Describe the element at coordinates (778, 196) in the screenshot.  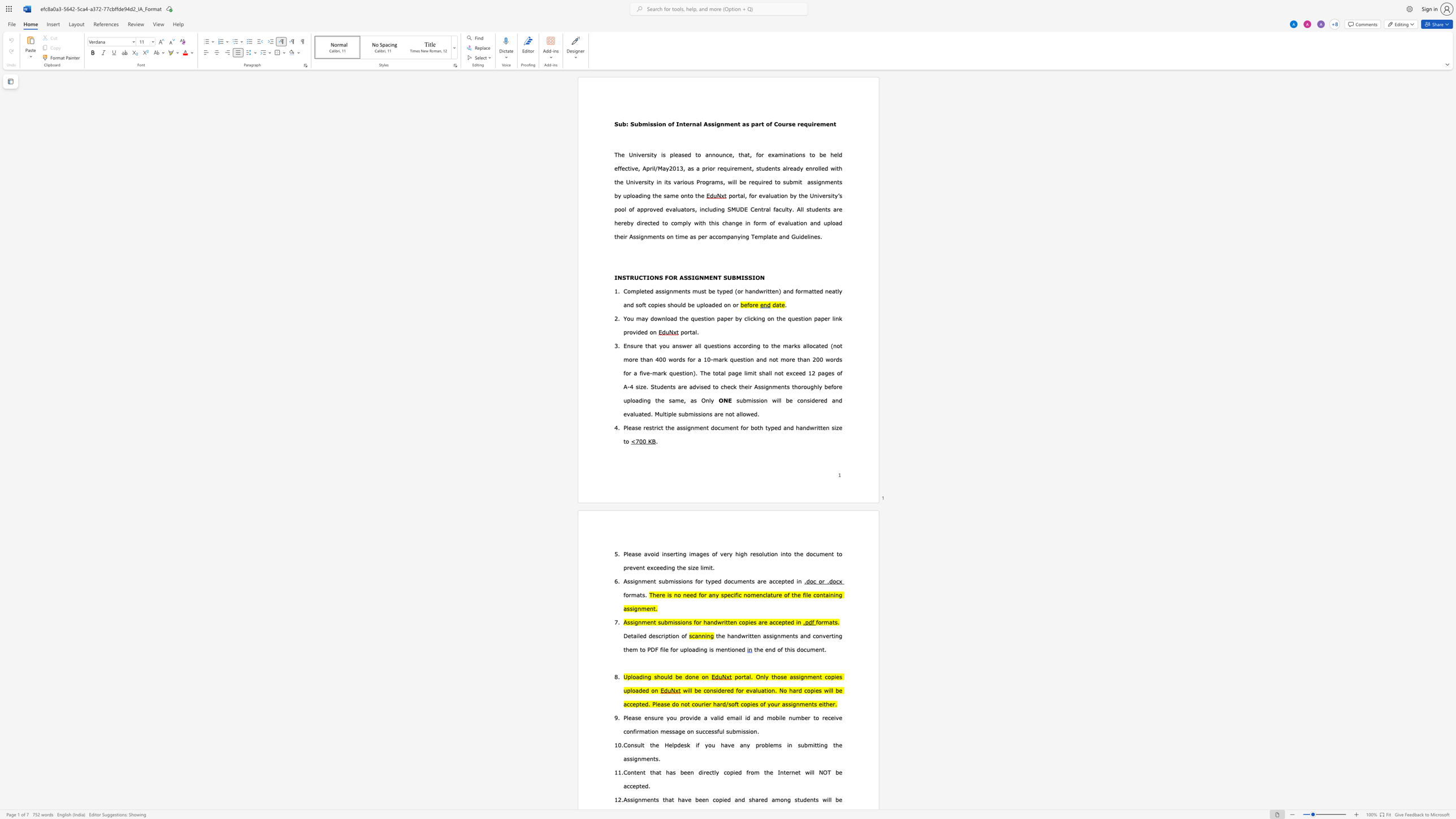
I see `the space between the continuous character "t" and "i" in the text` at that location.